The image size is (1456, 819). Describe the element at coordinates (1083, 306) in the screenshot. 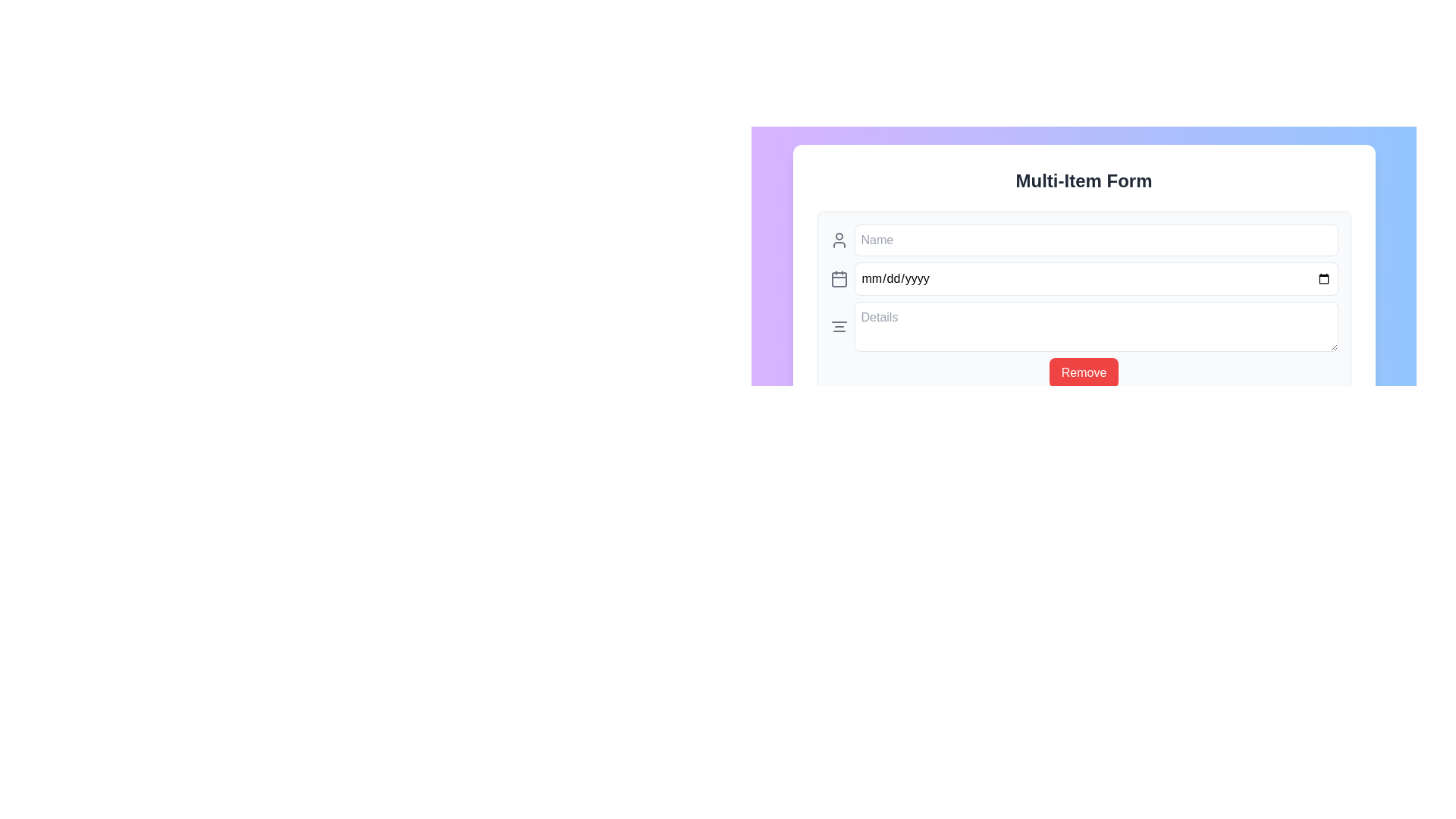

I see `the 'Details' field within the form segment designed for capturing multiple pieces of information` at that location.